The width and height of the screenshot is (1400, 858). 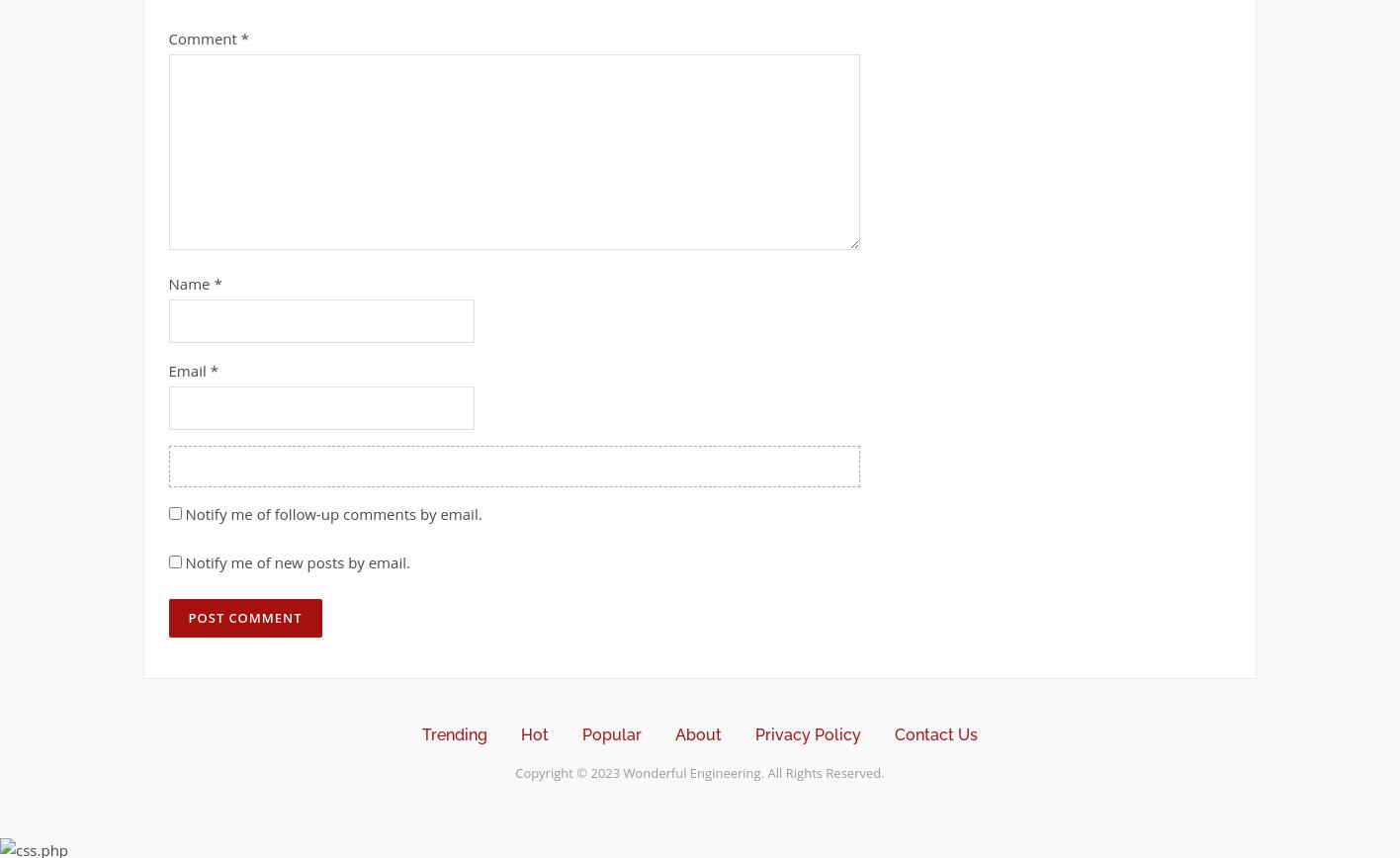 I want to click on 'Notify me of follow-up comments by email.', so click(x=184, y=512).